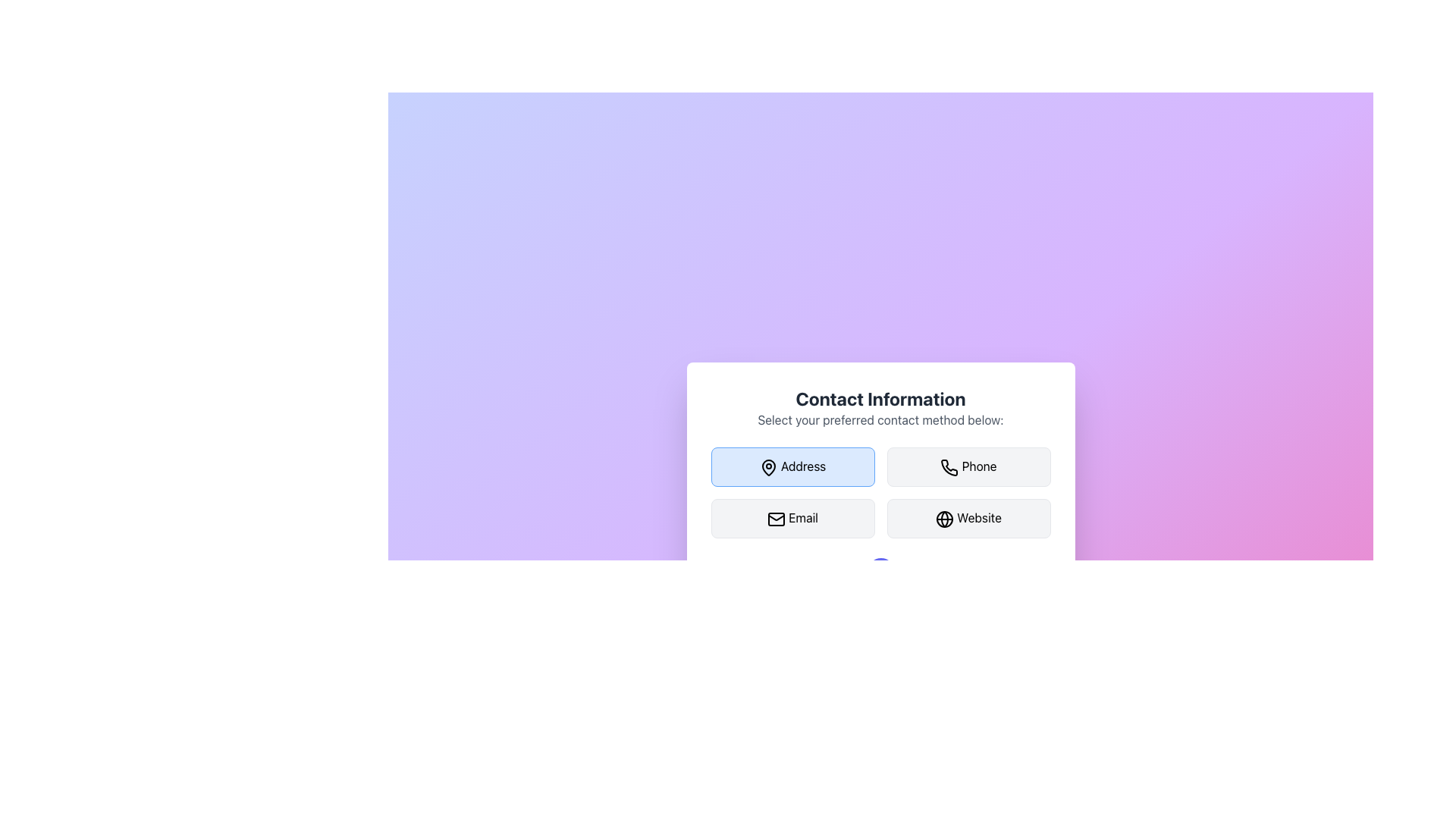  What do you see at coordinates (792, 517) in the screenshot?
I see `the button labeled 'Email', which has a light gray background, rounded corners, and an envelope icon, located in the lower-left section of a grid of buttons` at bounding box center [792, 517].